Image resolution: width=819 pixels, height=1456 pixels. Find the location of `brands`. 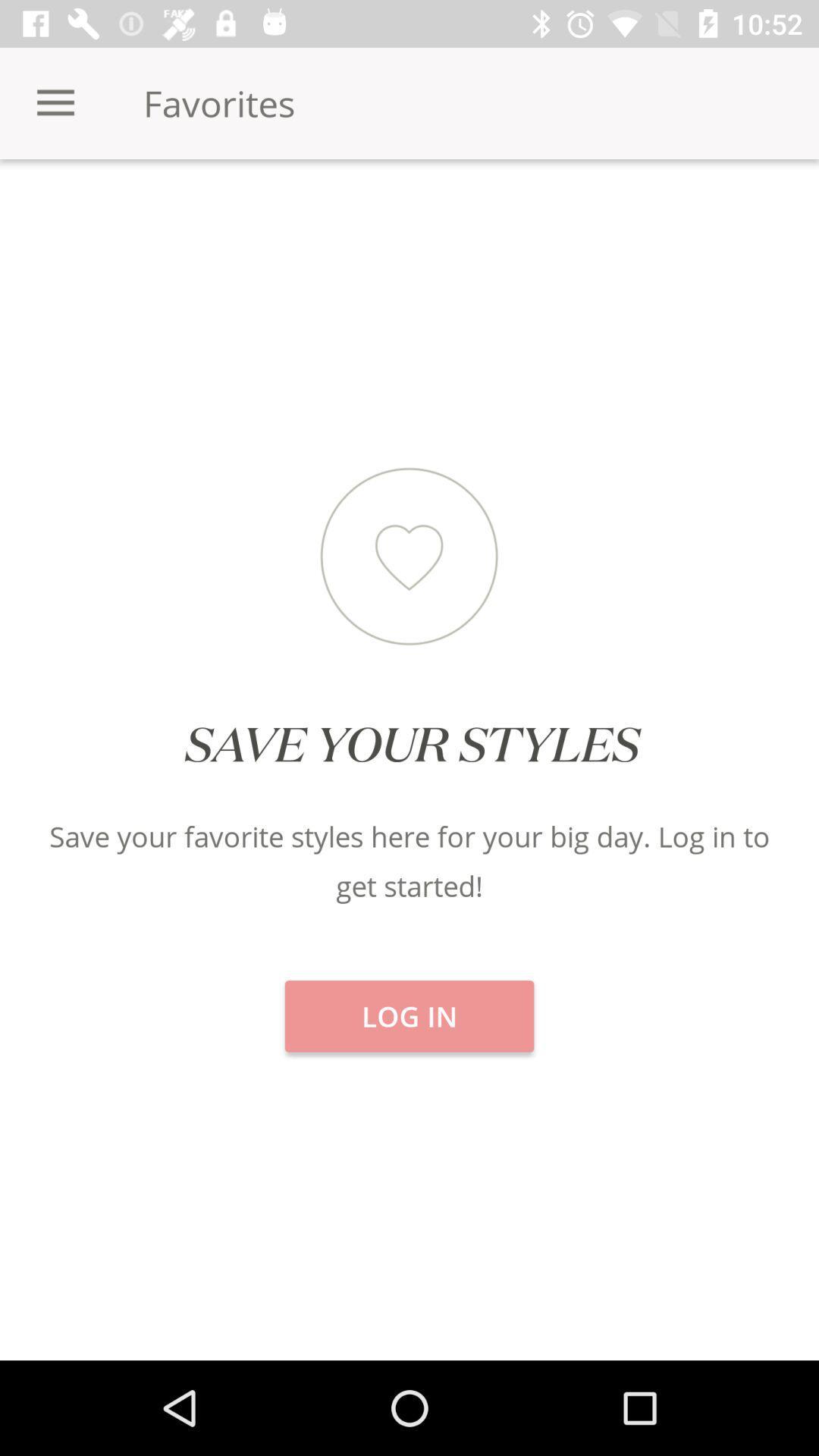

brands is located at coordinates (681, 212).